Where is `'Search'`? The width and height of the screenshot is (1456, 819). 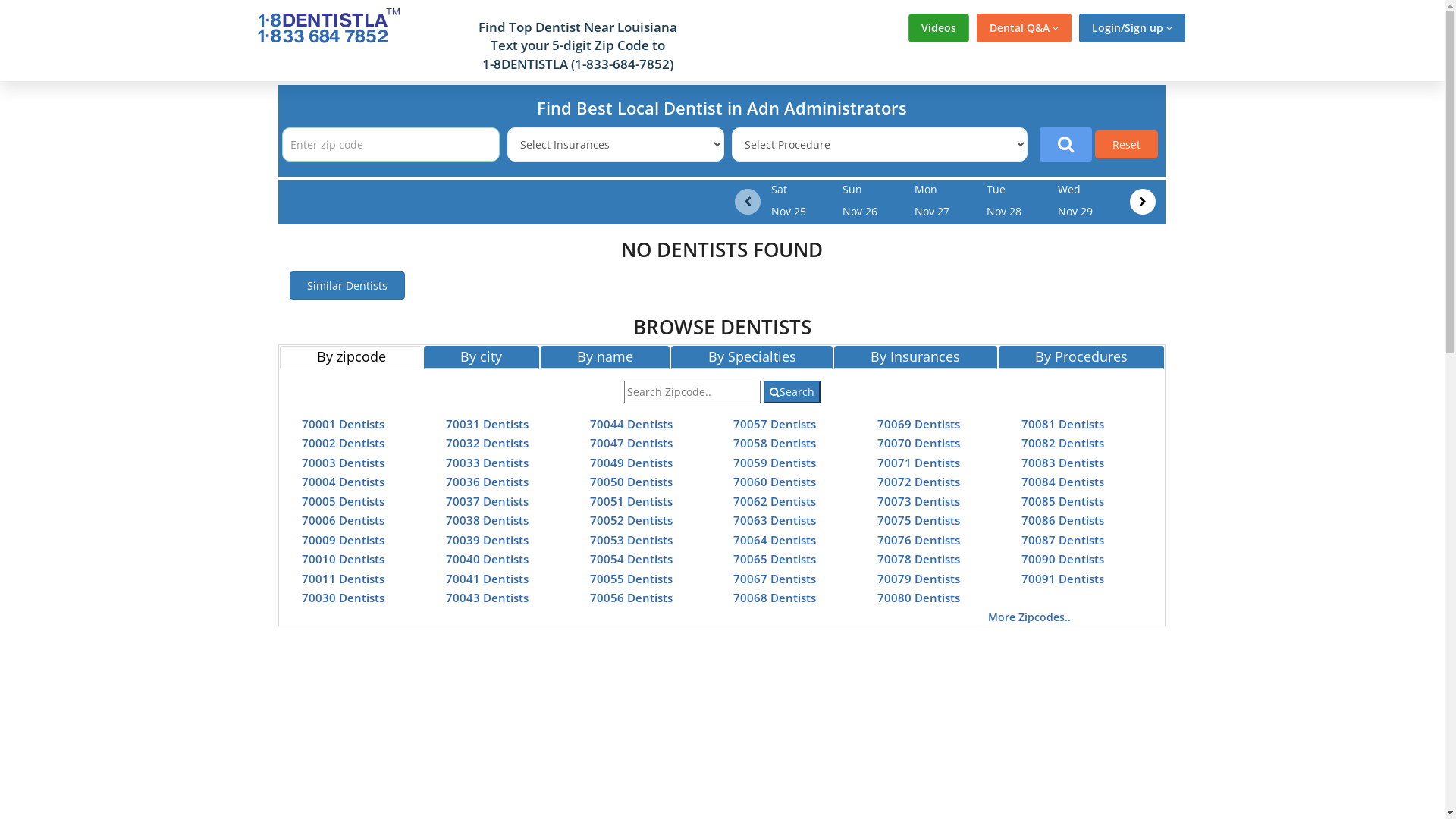 'Search' is located at coordinates (791, 391).